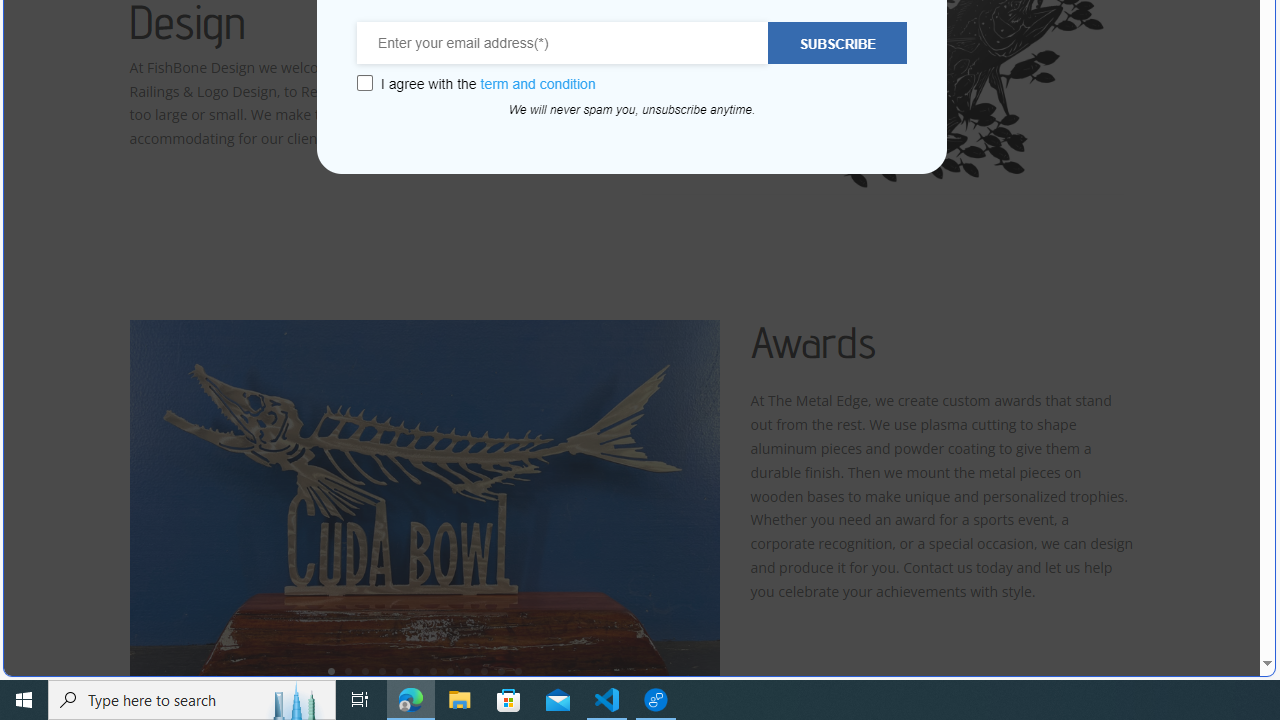  Describe the element at coordinates (562, 43) in the screenshot. I see `'Enter your email address(*)'` at that location.